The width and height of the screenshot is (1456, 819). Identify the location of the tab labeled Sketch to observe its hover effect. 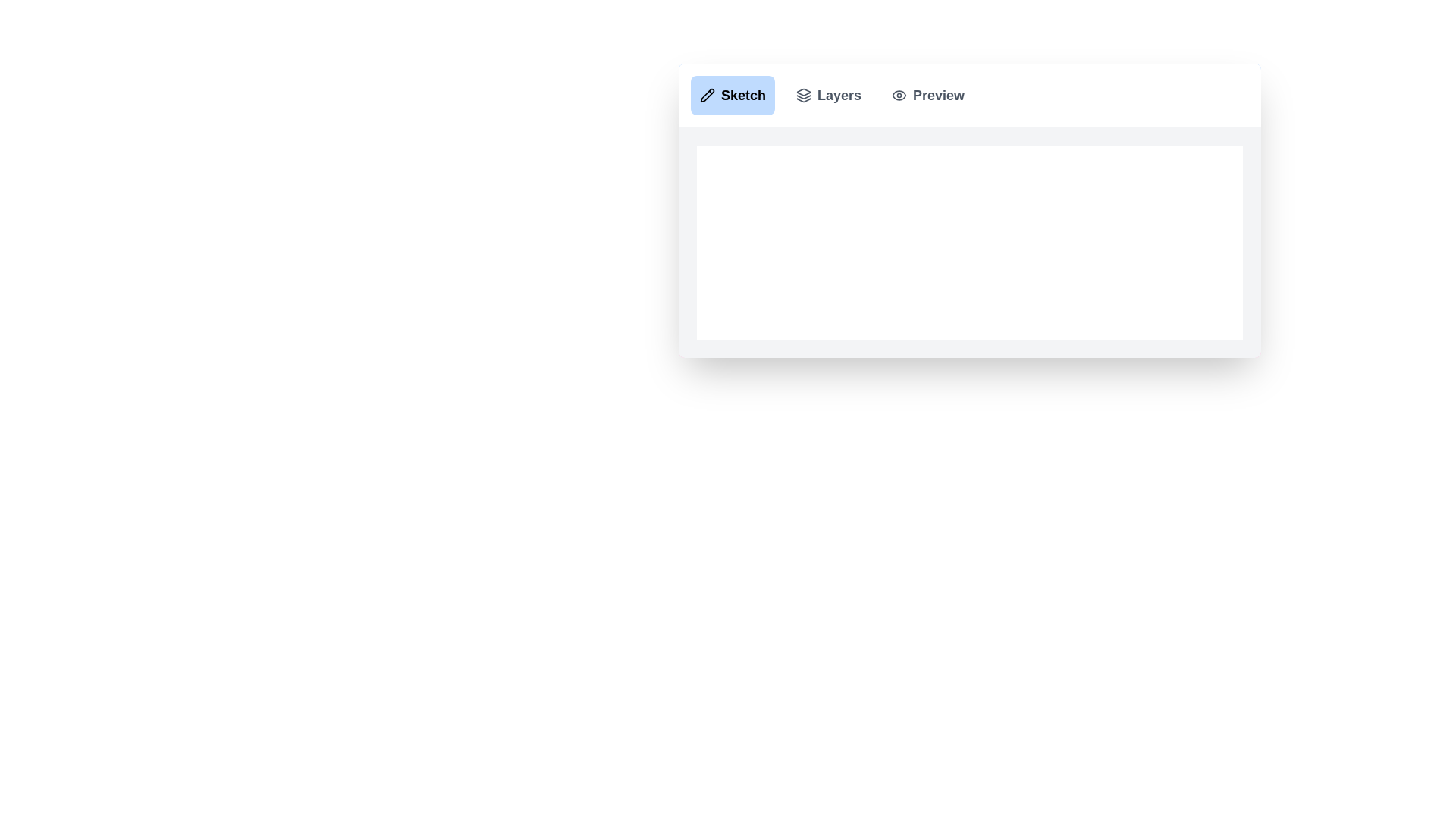
(733, 96).